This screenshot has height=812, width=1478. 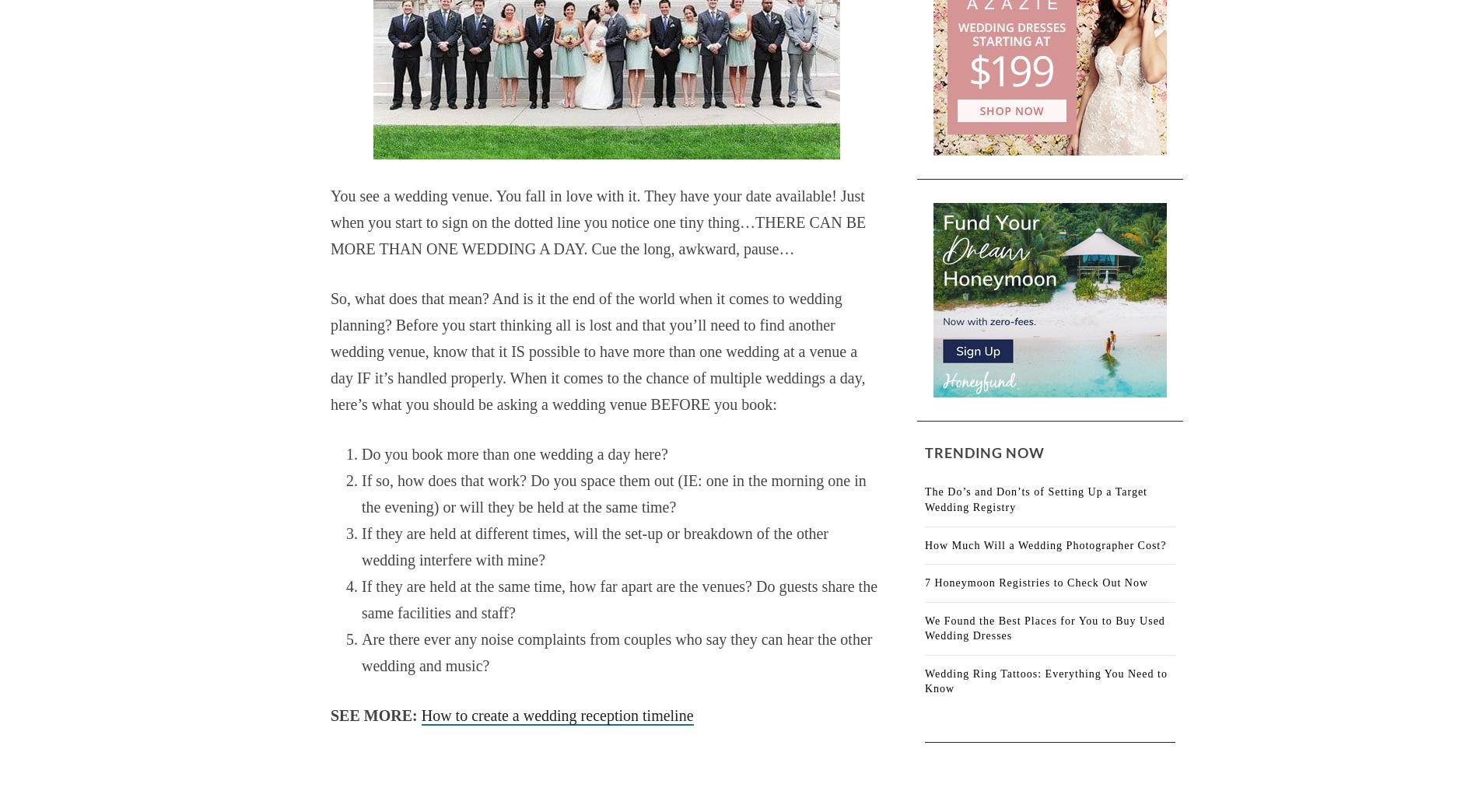 What do you see at coordinates (360, 651) in the screenshot?
I see `'Are there ever any noise complaints from couples who say they can hear the other wedding and music?'` at bounding box center [360, 651].